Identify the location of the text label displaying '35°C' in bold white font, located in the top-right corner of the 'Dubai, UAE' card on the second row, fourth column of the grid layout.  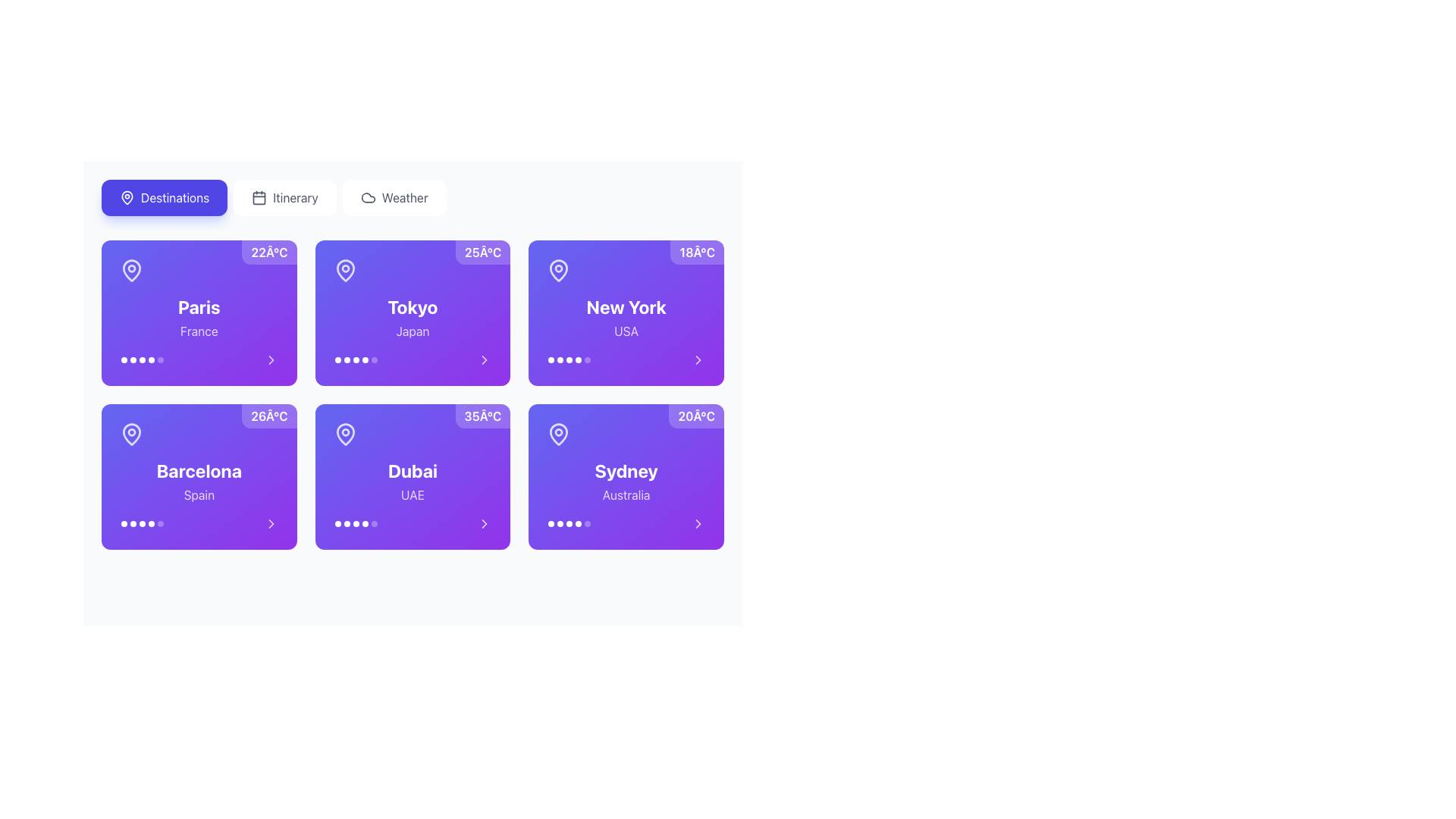
(482, 416).